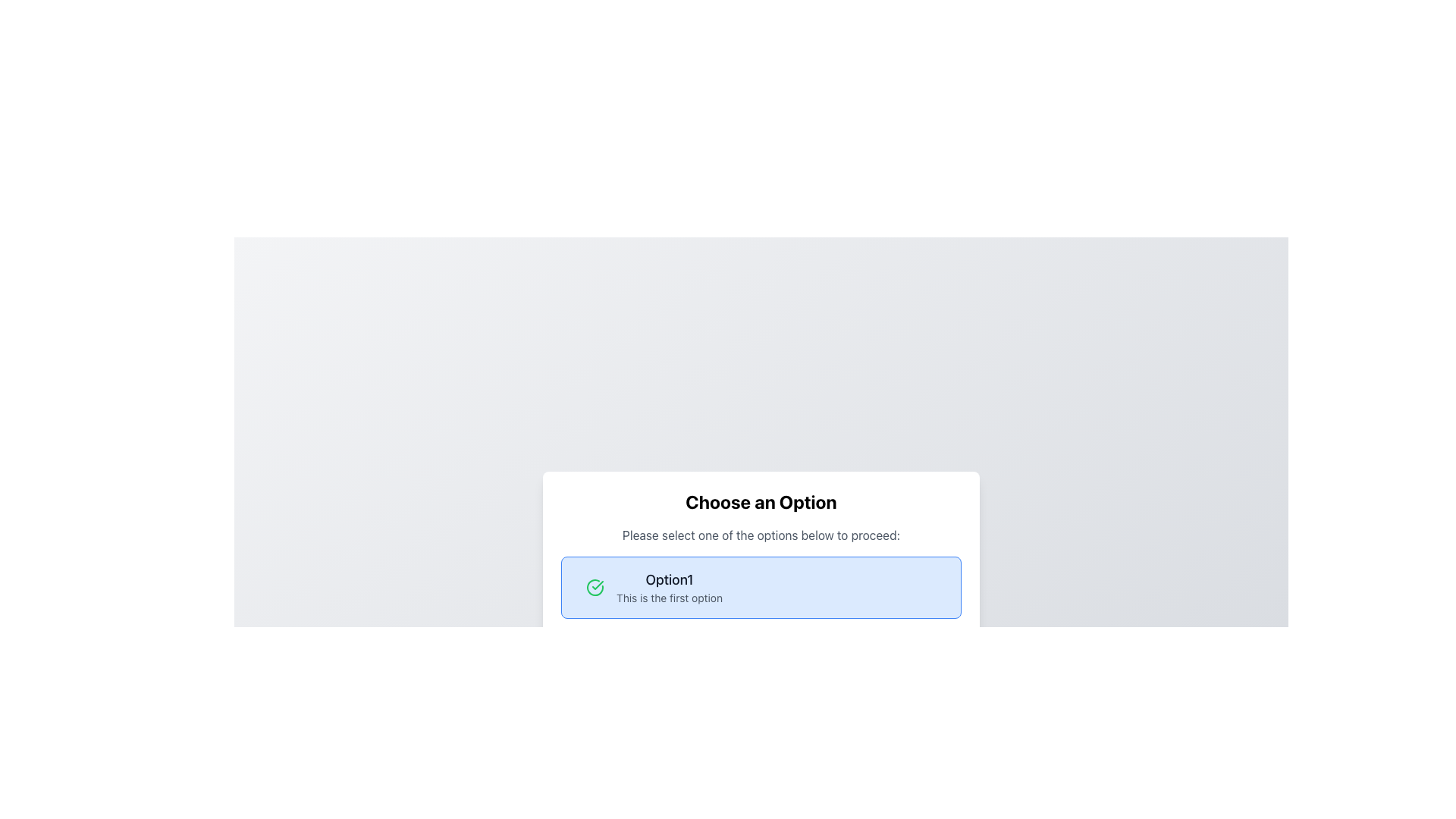 This screenshot has height=819, width=1456. What do you see at coordinates (597, 584) in the screenshot?
I see `the small green checkmark icon located within a circular border, which is situated to the left of the text 'Option1' inside the highlighted option box` at bounding box center [597, 584].